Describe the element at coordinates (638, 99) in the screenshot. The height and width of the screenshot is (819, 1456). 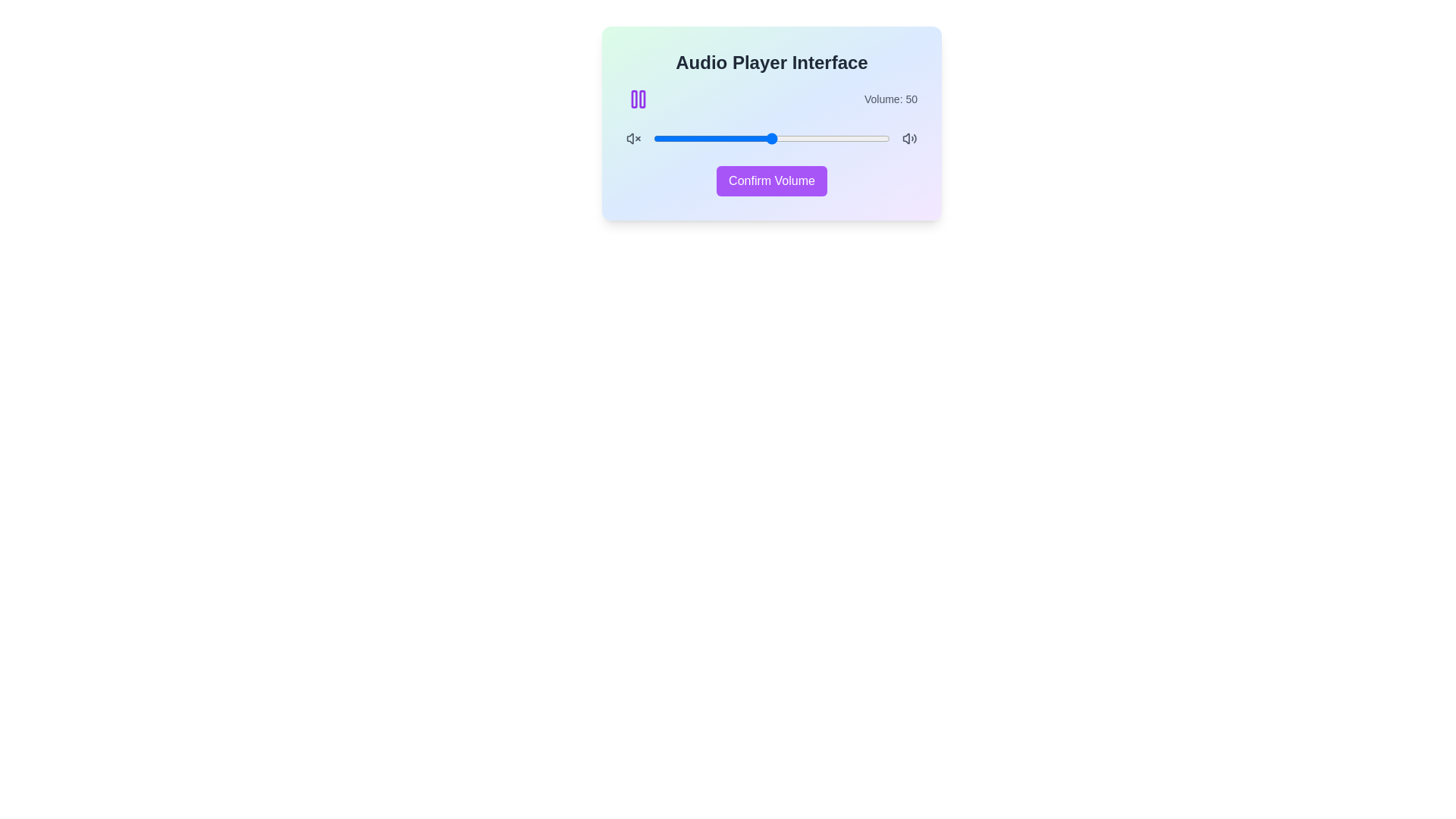
I see `the pause button located` at that location.